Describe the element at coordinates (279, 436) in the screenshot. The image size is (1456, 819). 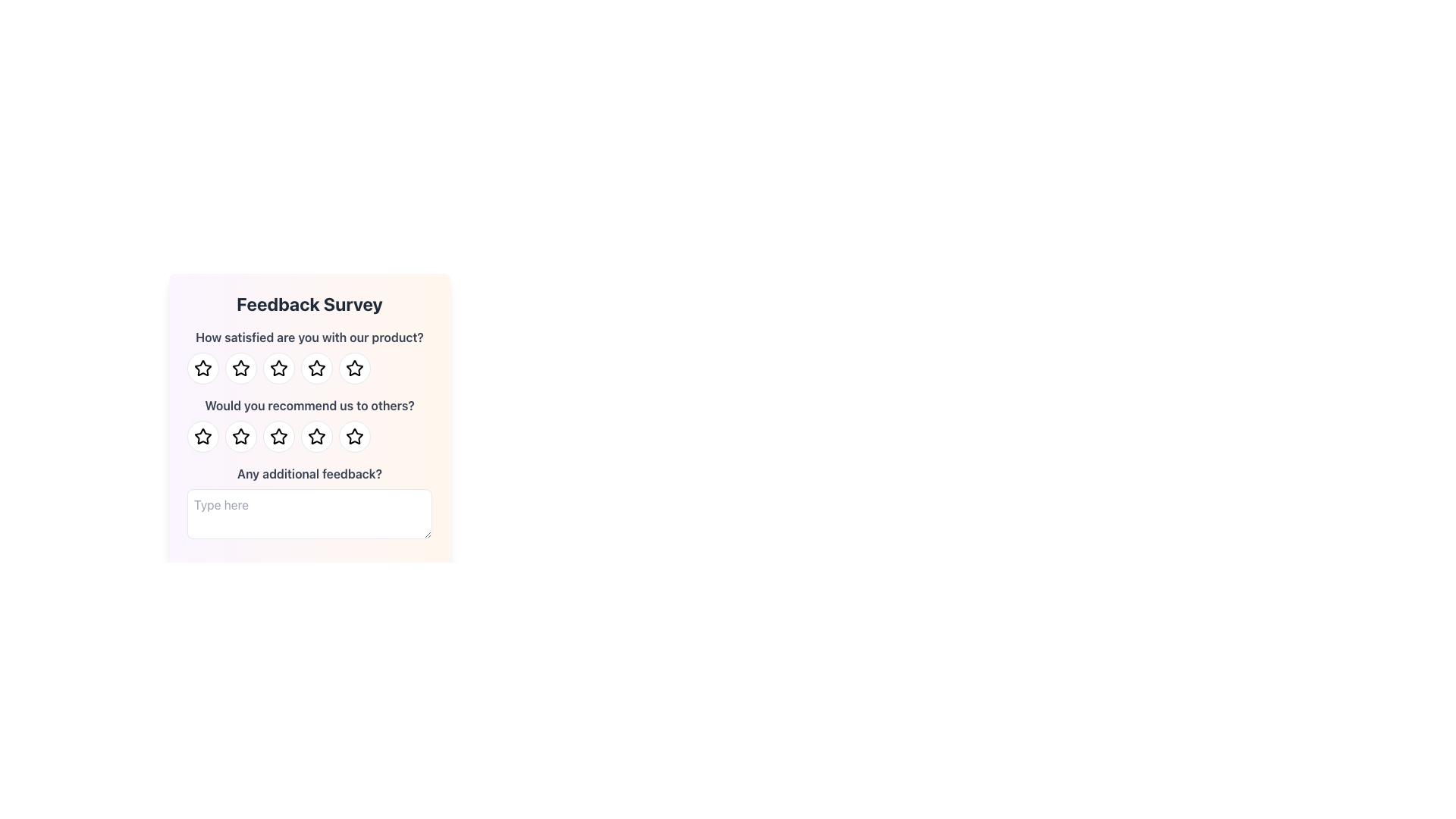
I see `the third star in the second row of the feedback survey` at that location.